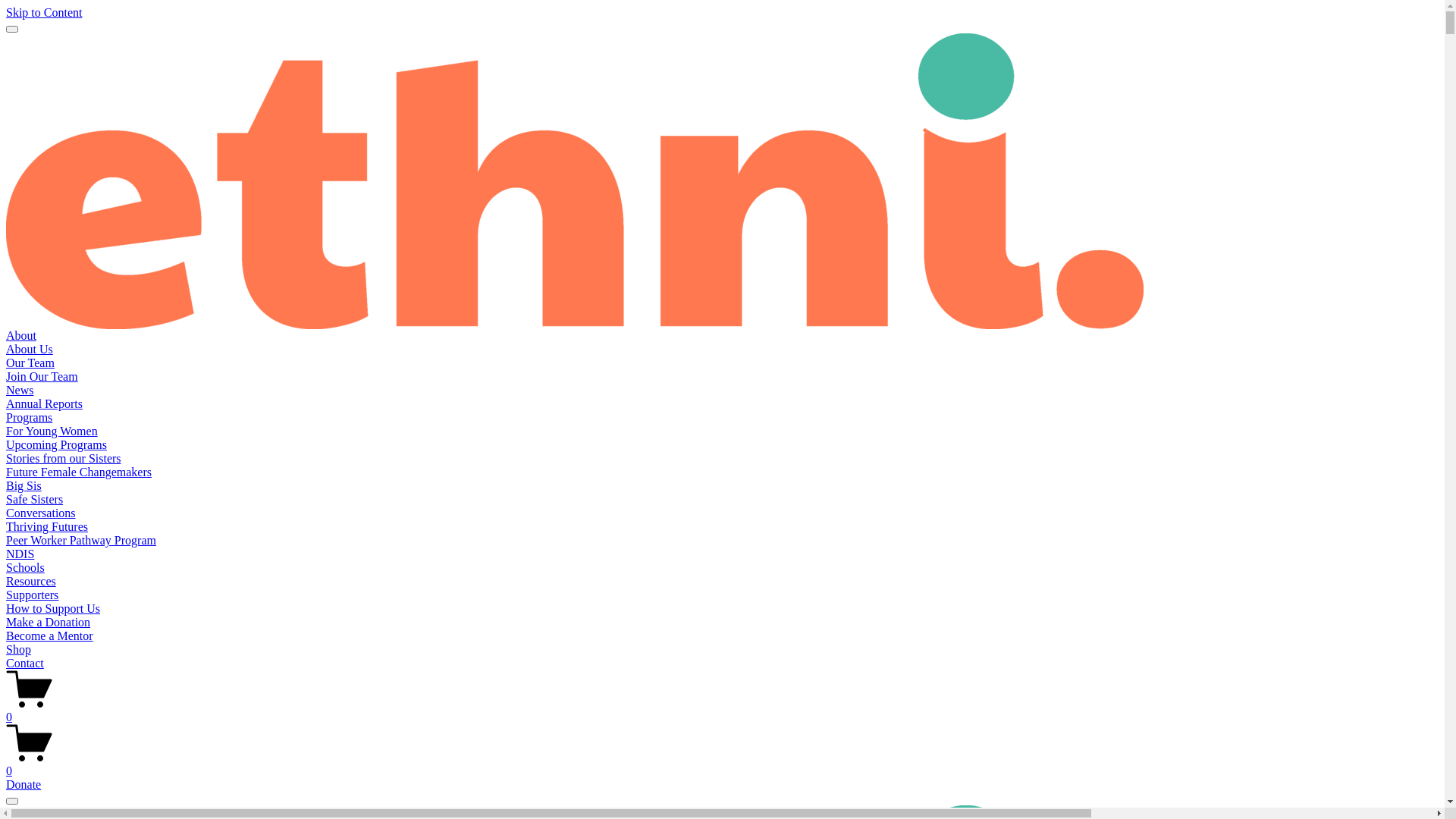 This screenshot has width=1456, height=819. What do you see at coordinates (6, 485) in the screenshot?
I see `'Big Sis'` at bounding box center [6, 485].